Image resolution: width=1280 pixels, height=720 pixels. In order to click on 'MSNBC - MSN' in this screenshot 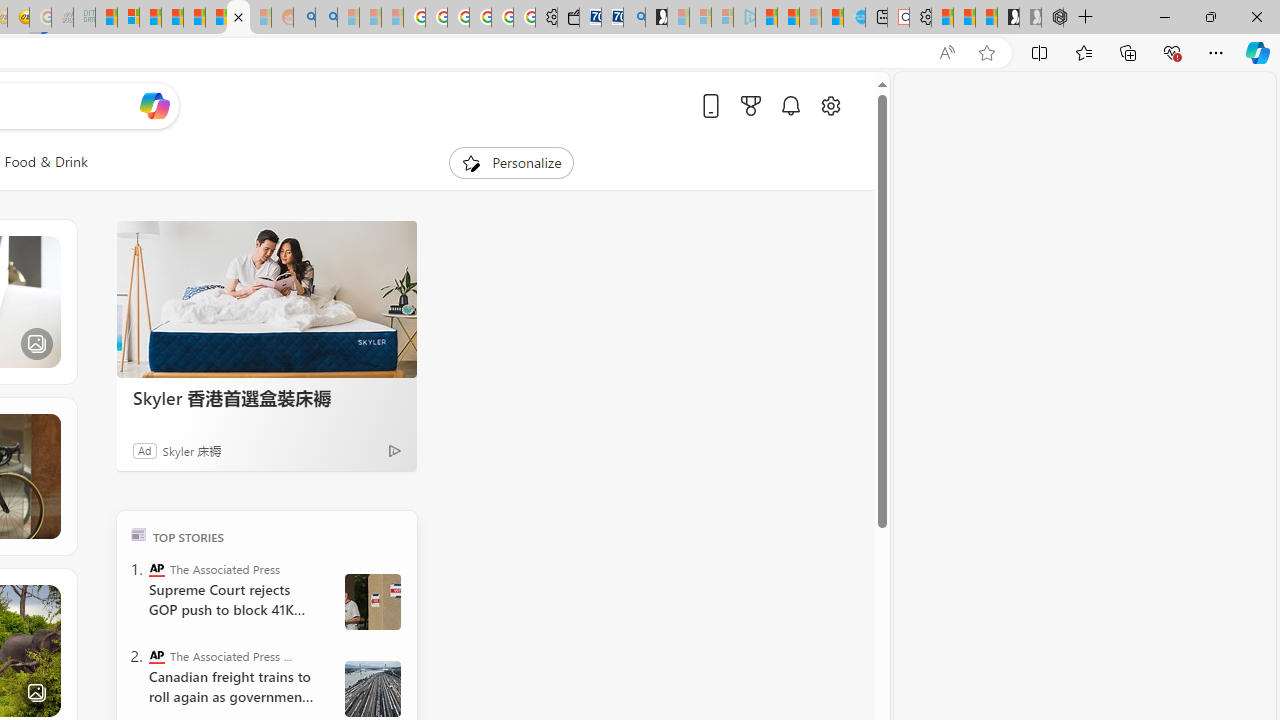, I will do `click(105, 17)`.